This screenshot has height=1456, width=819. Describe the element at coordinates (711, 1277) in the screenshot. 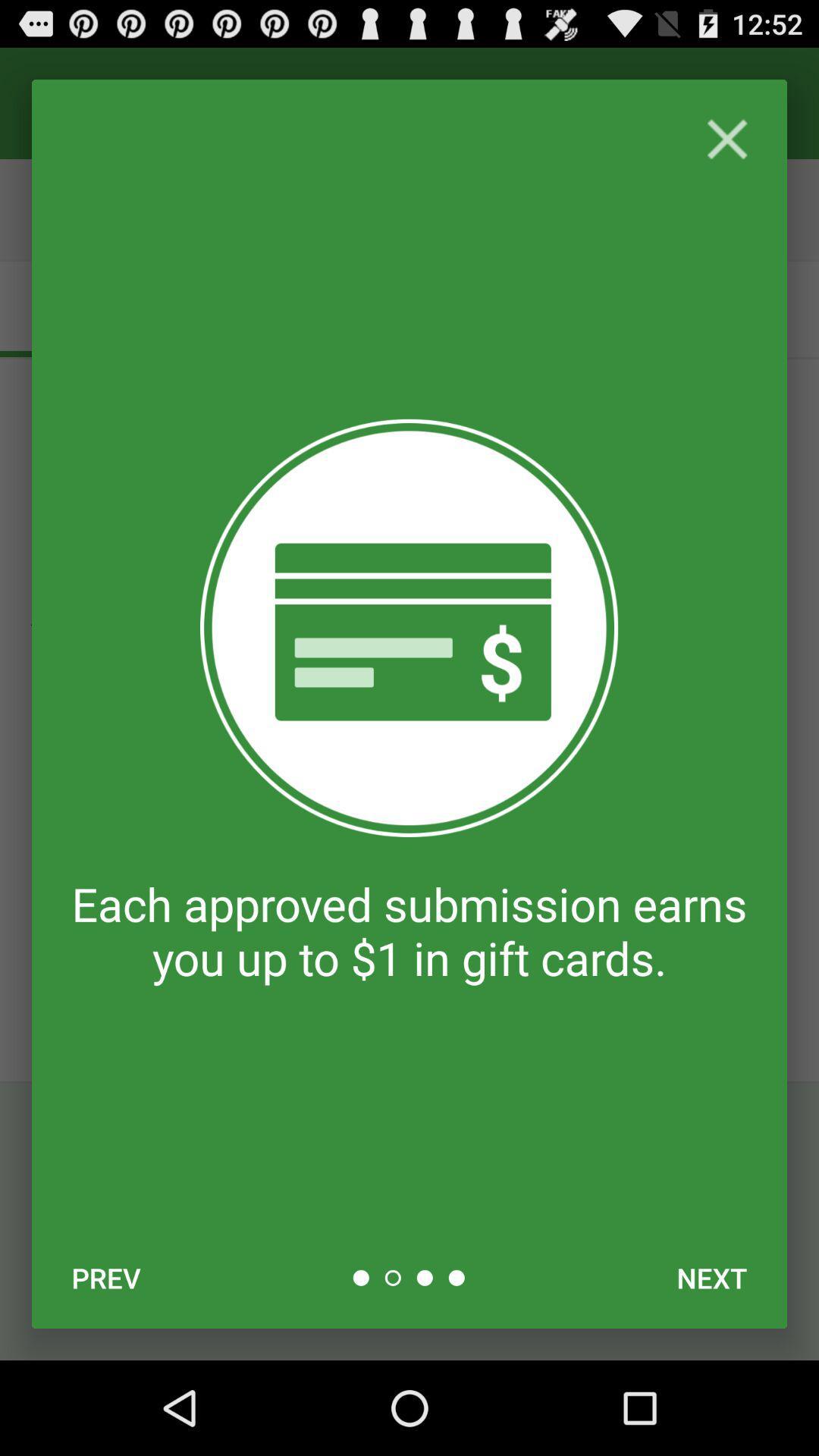

I see `item at the bottom right corner` at that location.